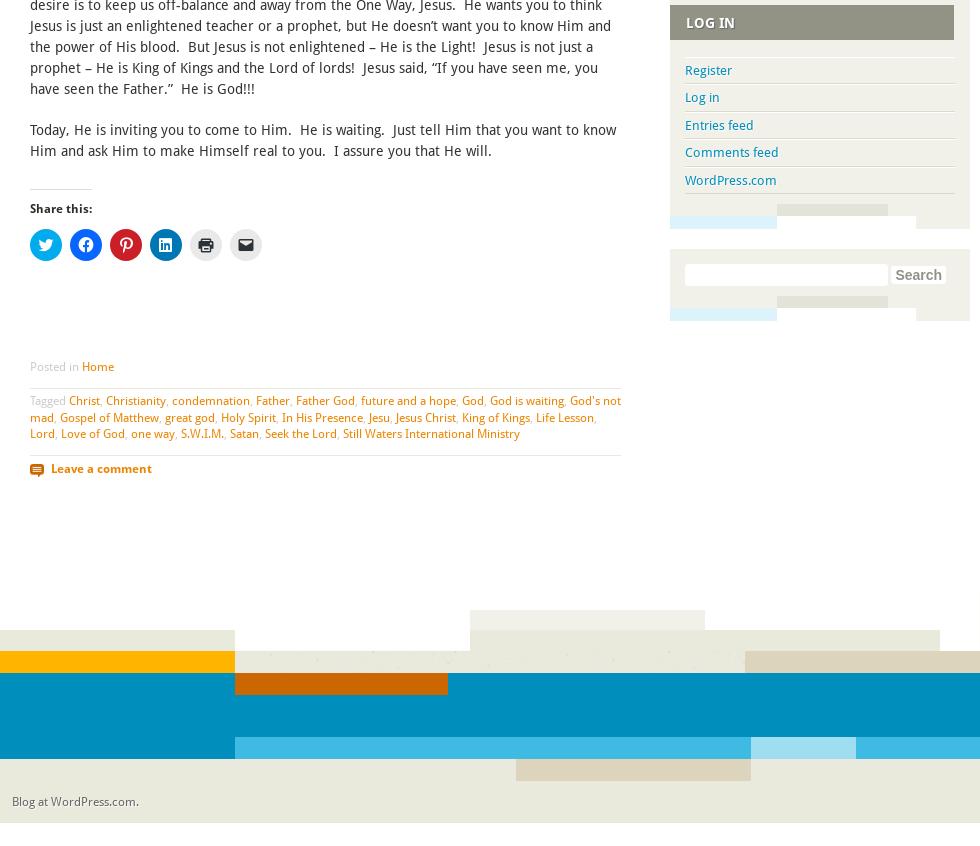 This screenshot has width=980, height=846. I want to click on 'Love of God', so click(93, 432).